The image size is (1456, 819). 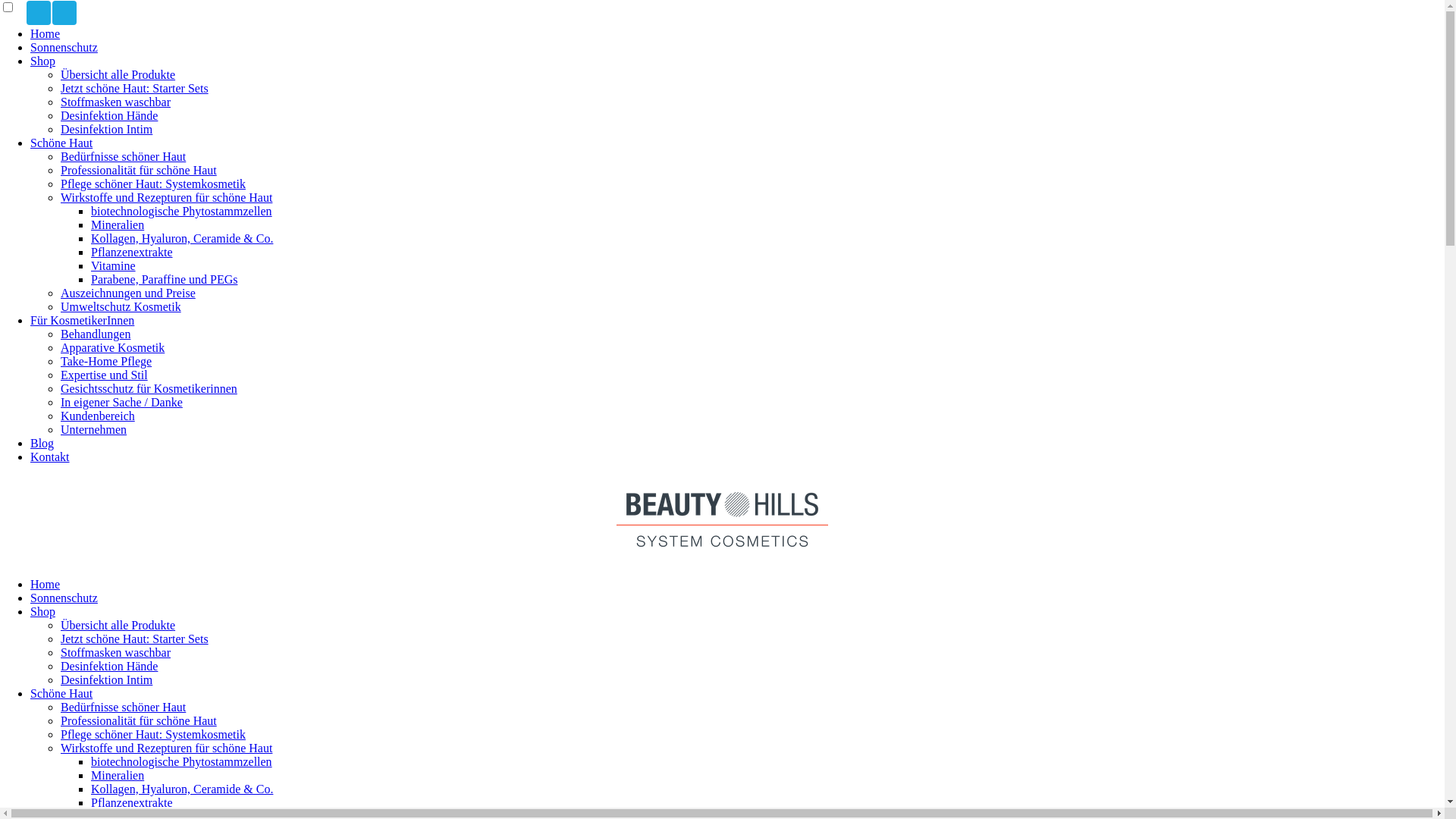 What do you see at coordinates (61, 416) in the screenshot?
I see `'Kundenbereich'` at bounding box center [61, 416].